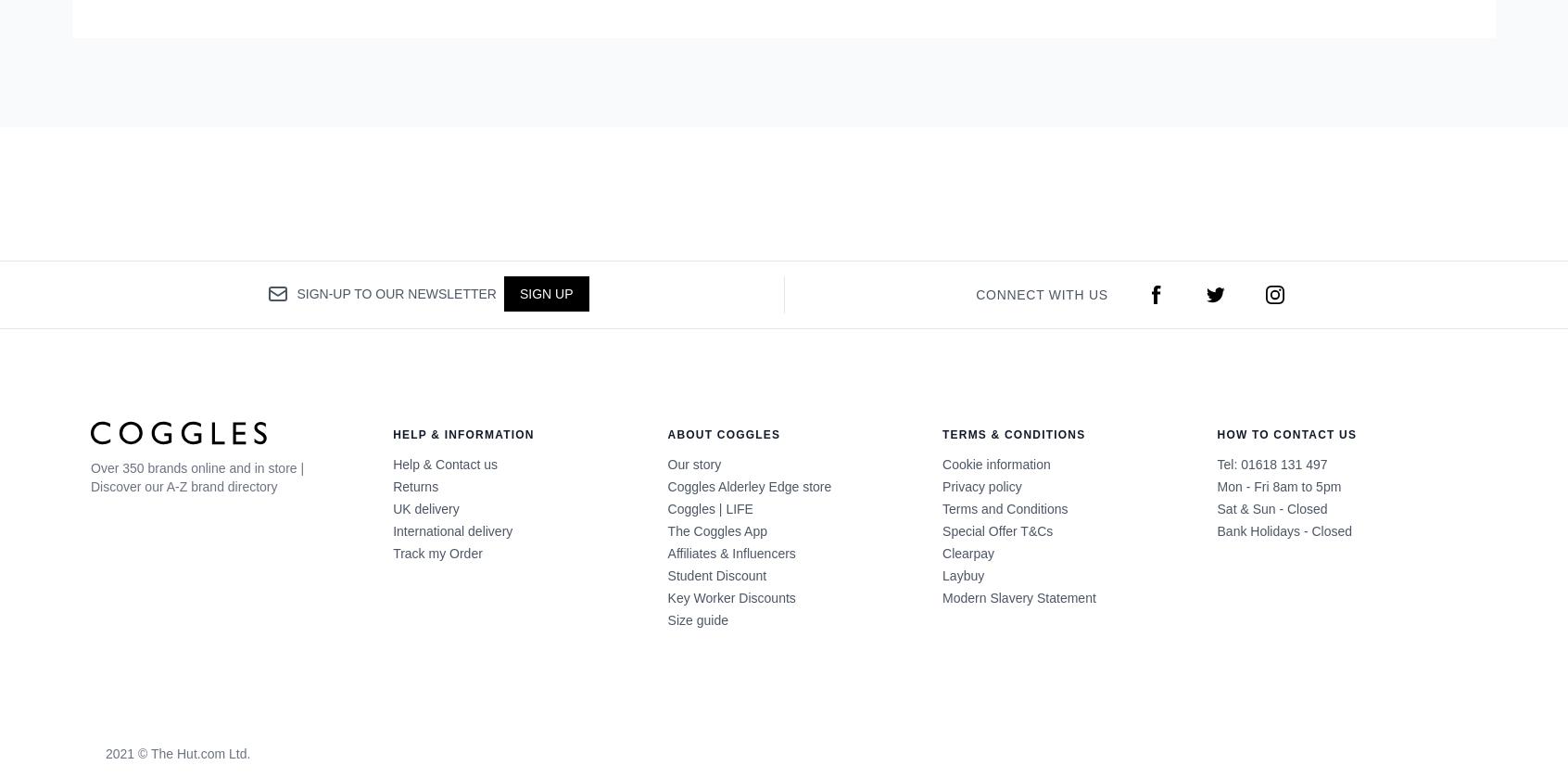 This screenshot has height=778, width=1568. What do you see at coordinates (730, 552) in the screenshot?
I see `'Affiliates & Influencers'` at bounding box center [730, 552].